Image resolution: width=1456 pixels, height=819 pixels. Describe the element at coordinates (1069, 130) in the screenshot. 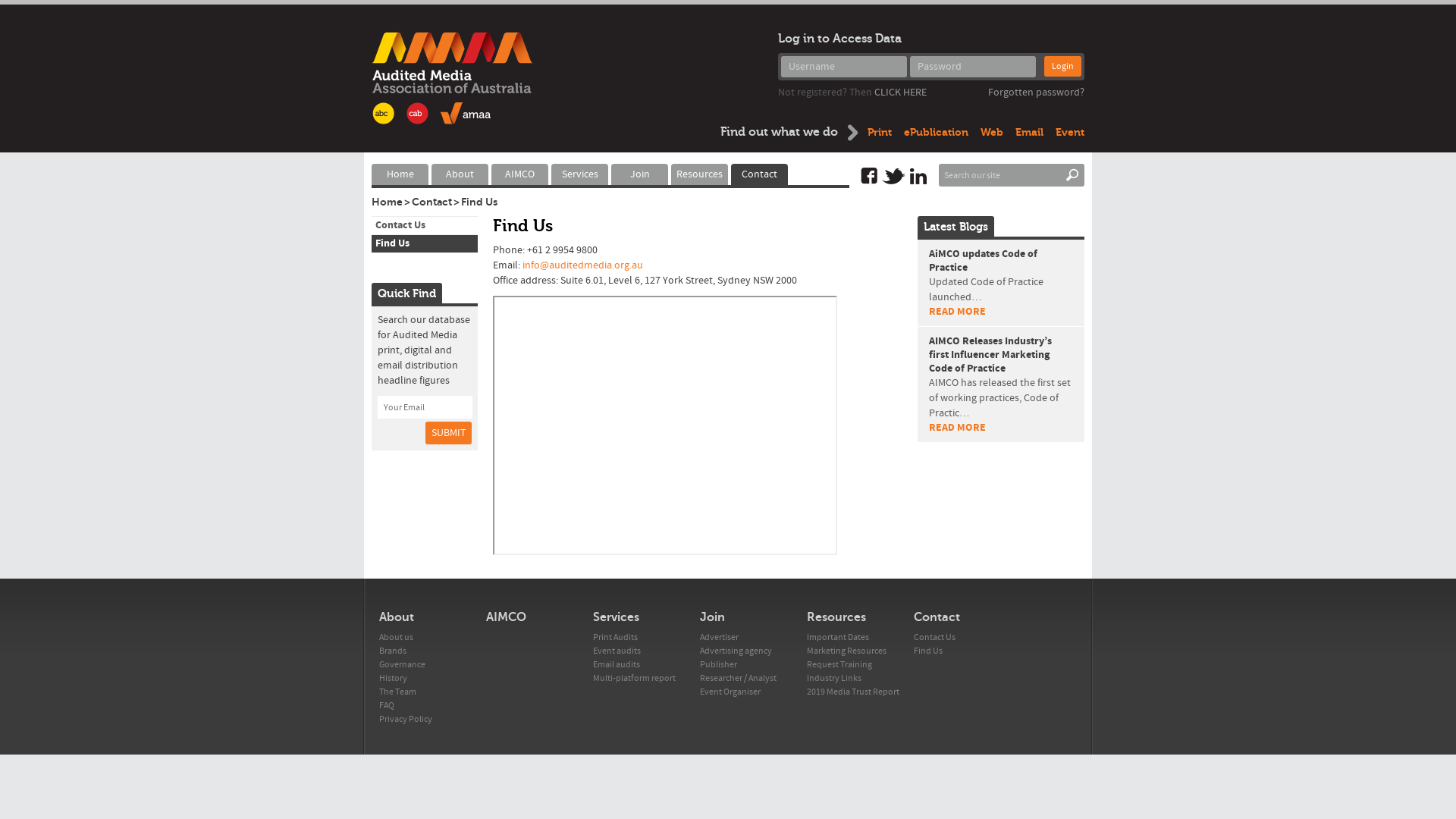

I see `'Event'` at that location.